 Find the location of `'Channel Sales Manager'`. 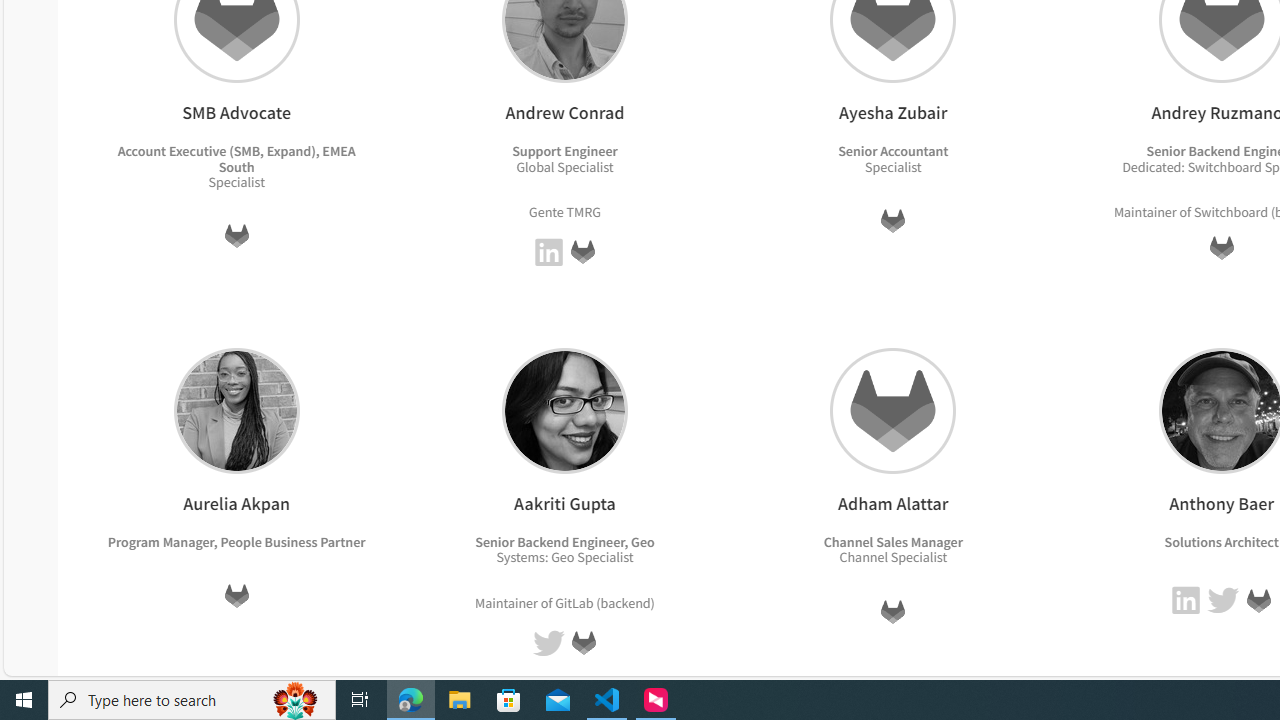

'Channel Sales Manager' is located at coordinates (891, 541).